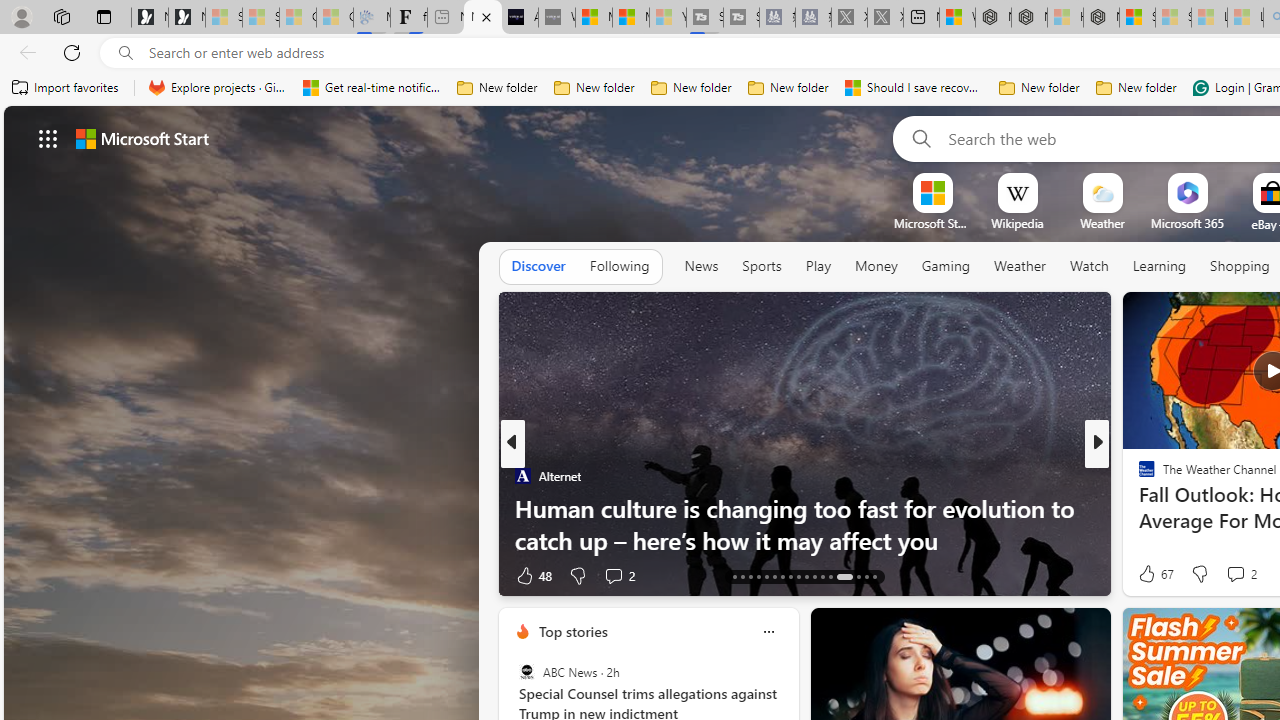 This screenshot has height=720, width=1280. What do you see at coordinates (48, 137) in the screenshot?
I see `'AutomationID: waffle'` at bounding box center [48, 137].